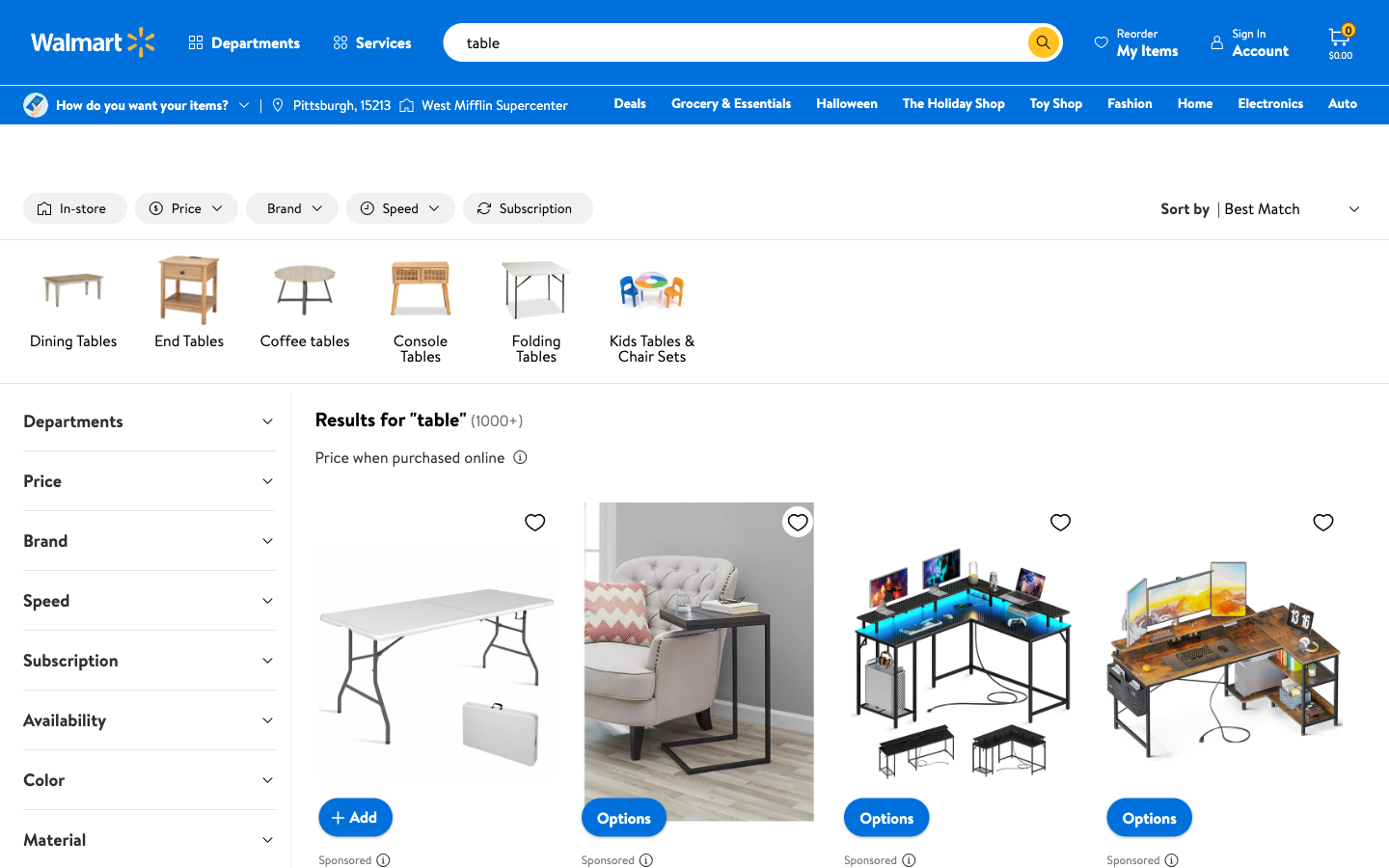  I want to click on To reach the homepage, press on the Walmart symbol, so click(94, 41).